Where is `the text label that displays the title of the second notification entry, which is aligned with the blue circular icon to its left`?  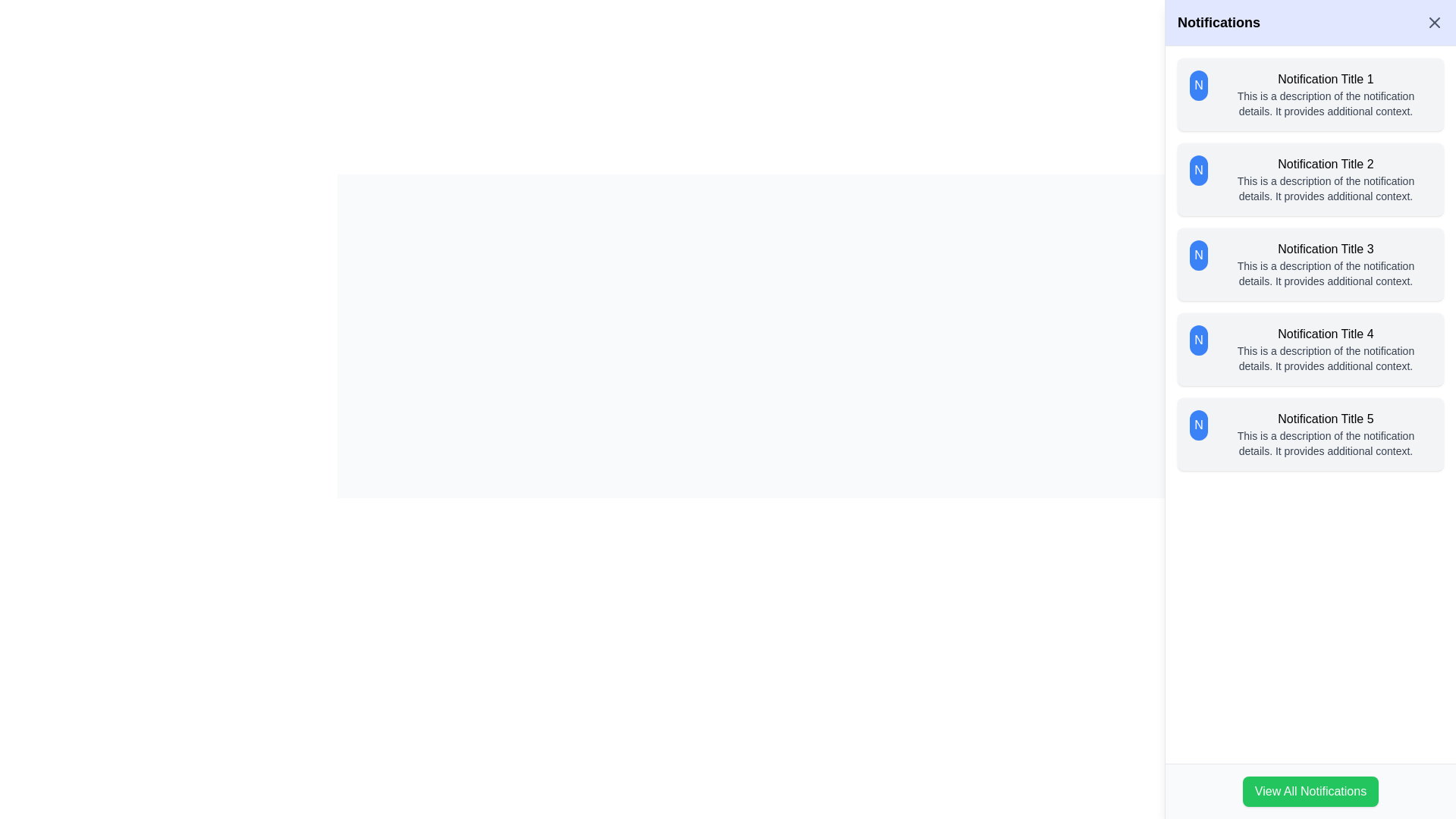
the text label that displays the title of the second notification entry, which is aligned with the blue circular icon to its left is located at coordinates (1325, 164).